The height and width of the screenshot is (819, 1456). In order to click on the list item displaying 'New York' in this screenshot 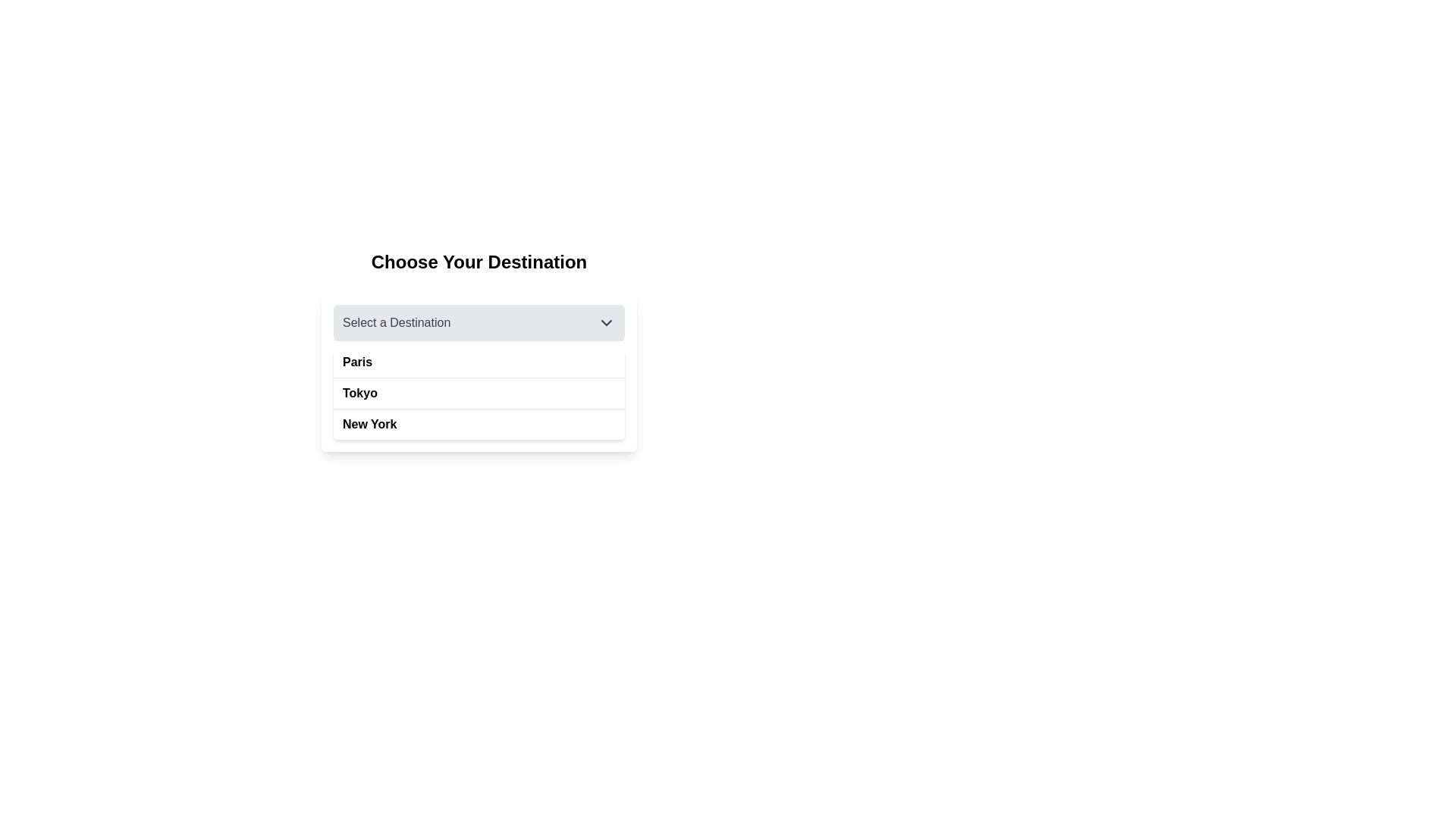, I will do `click(369, 424)`.